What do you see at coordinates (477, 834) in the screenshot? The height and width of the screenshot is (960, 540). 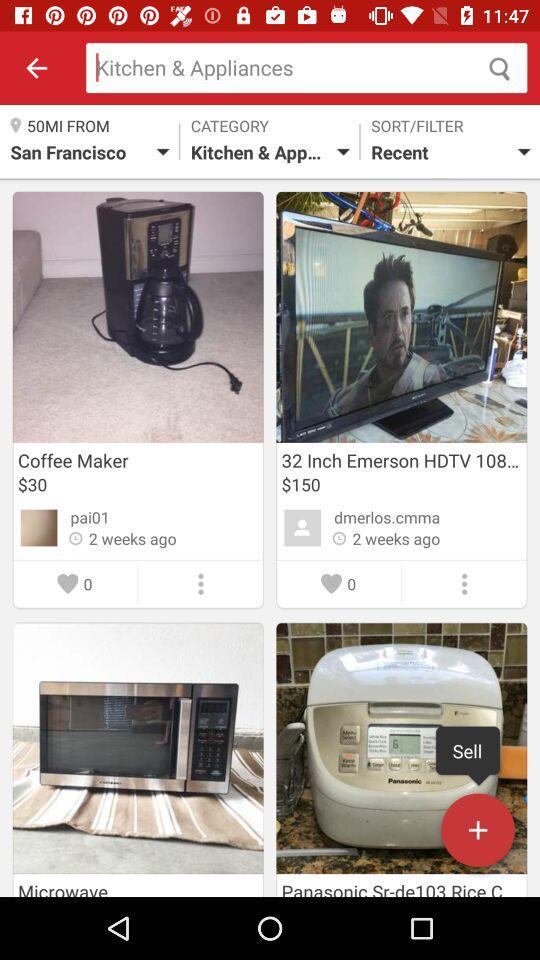 I see `the add icon` at bounding box center [477, 834].